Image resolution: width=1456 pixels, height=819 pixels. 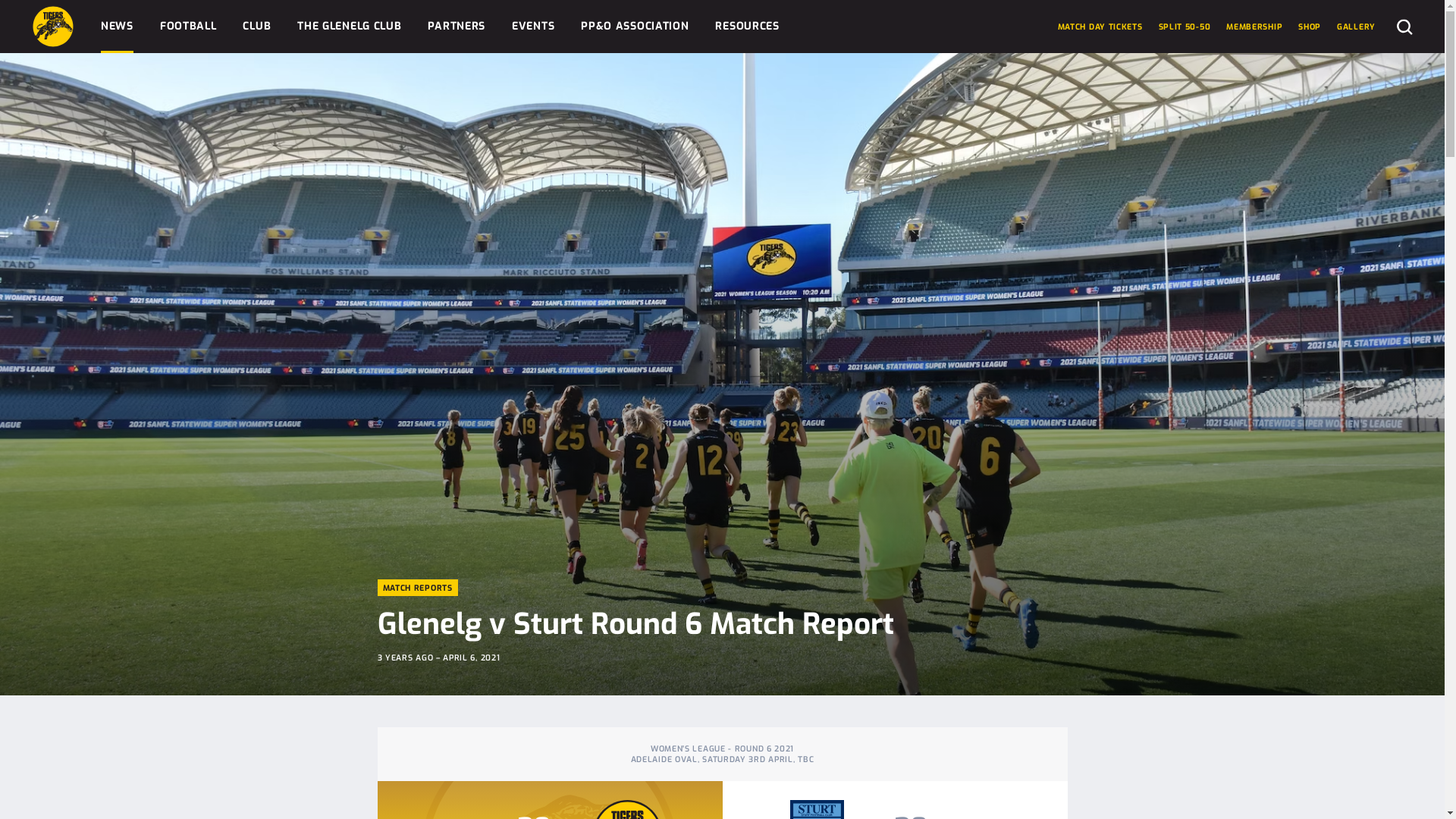 I want to click on 'Glenelg Football Club', so click(x=53, y=26).